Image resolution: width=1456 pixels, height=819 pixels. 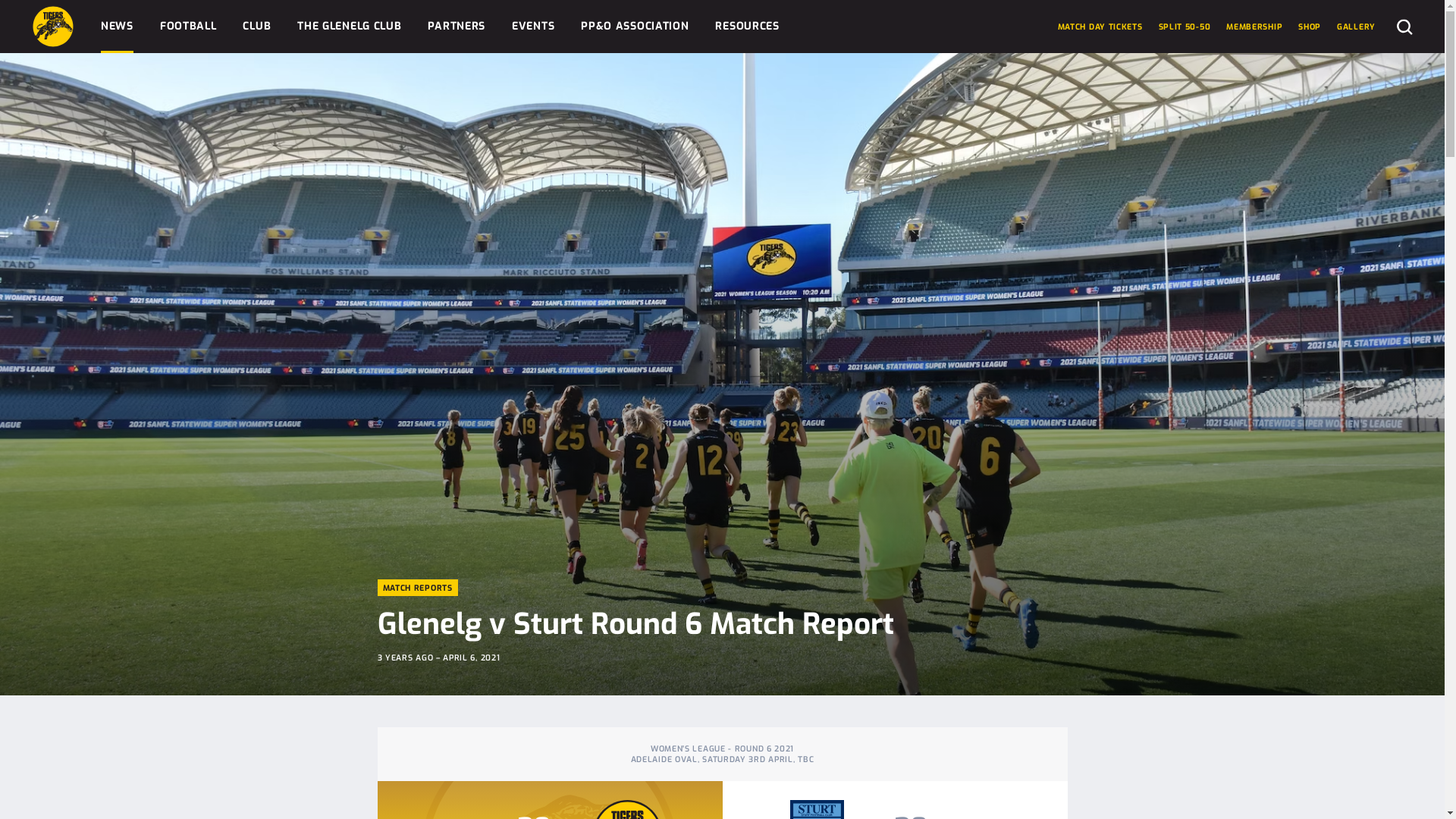 I want to click on 'Glenelg Football Club', so click(x=53, y=26).